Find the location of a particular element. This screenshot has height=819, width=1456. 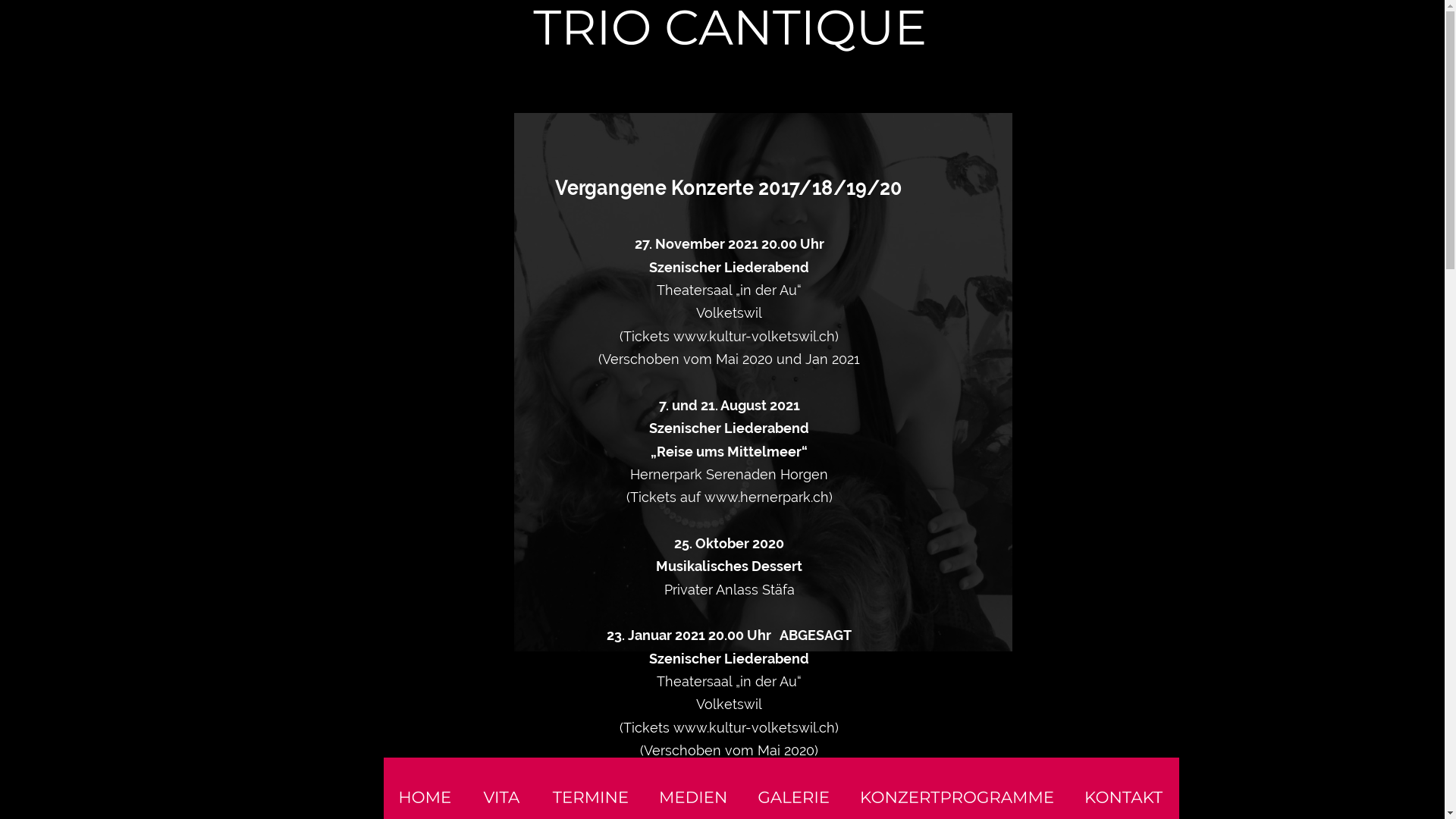

'www.hernerpark.ch)' is located at coordinates (768, 497).